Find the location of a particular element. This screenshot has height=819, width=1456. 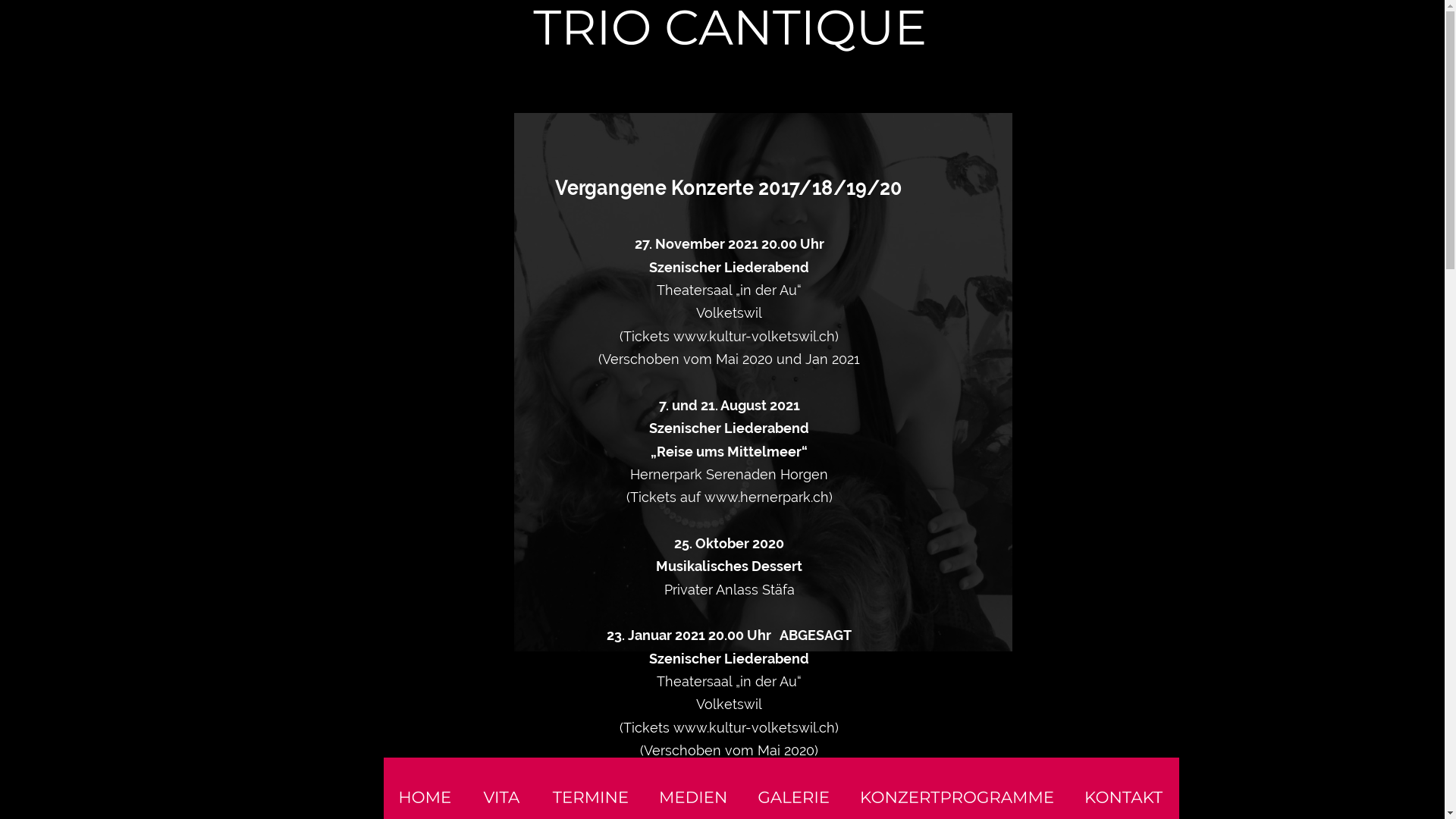

'www.hernerpark.ch)' is located at coordinates (768, 497).